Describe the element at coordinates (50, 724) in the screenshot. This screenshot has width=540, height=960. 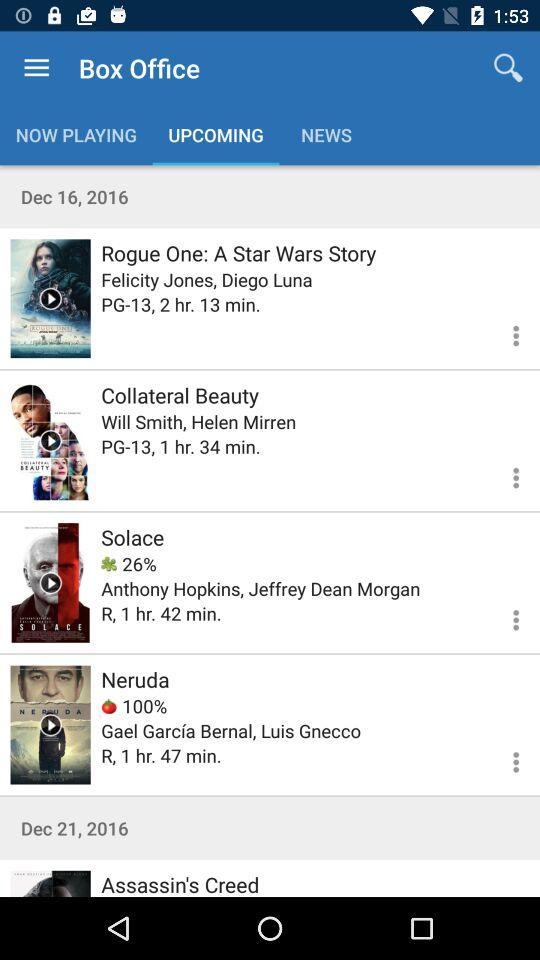
I see `film preview` at that location.